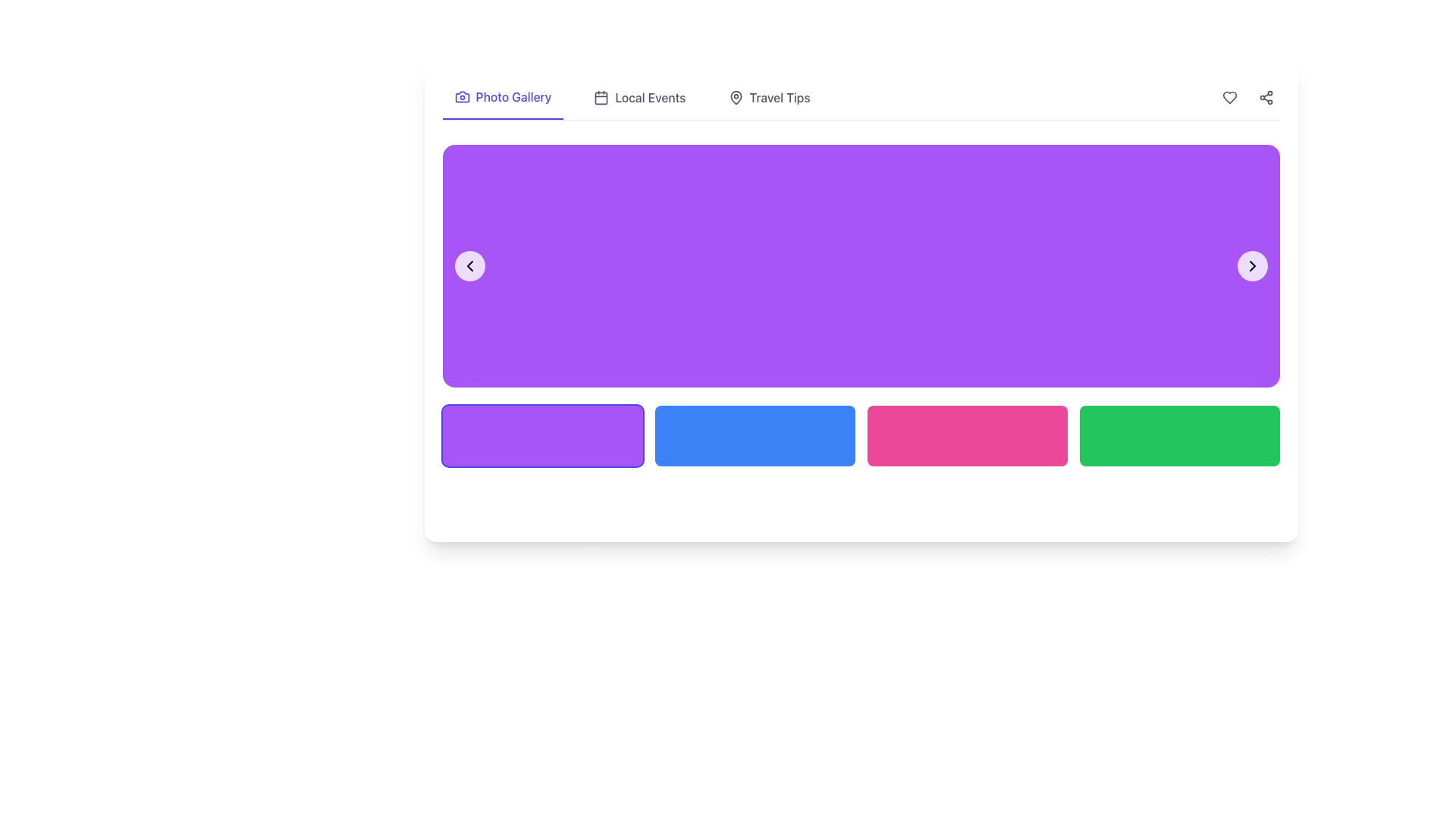  Describe the element at coordinates (469, 265) in the screenshot. I see `the left-pointing chevron icon used as a navigation arrow, which is located on the left side of a large, highlighted content panel, to trigger the hover effect` at that location.